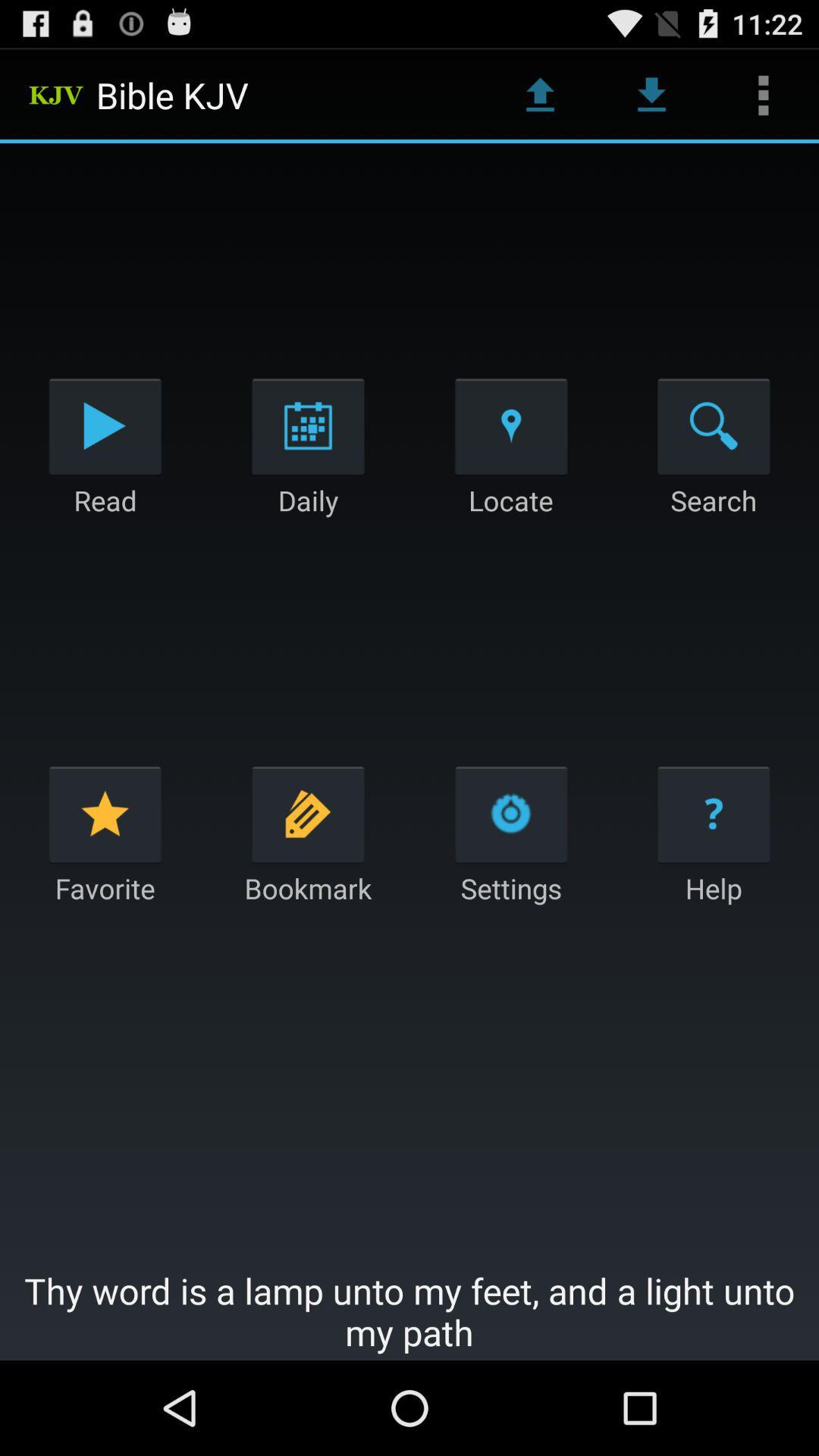  I want to click on the label icon, so click(307, 871).